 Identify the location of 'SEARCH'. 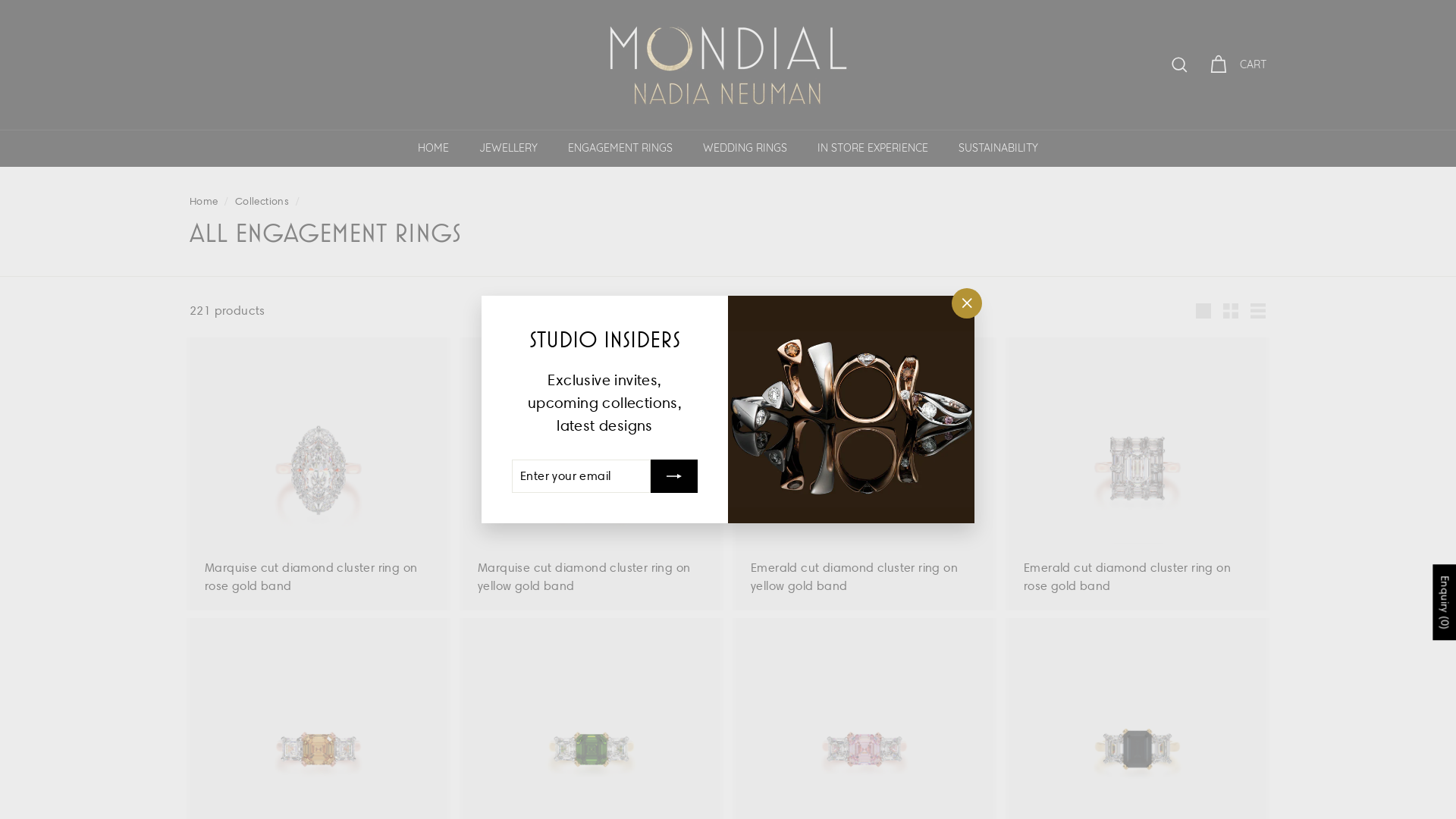
(1159, 64).